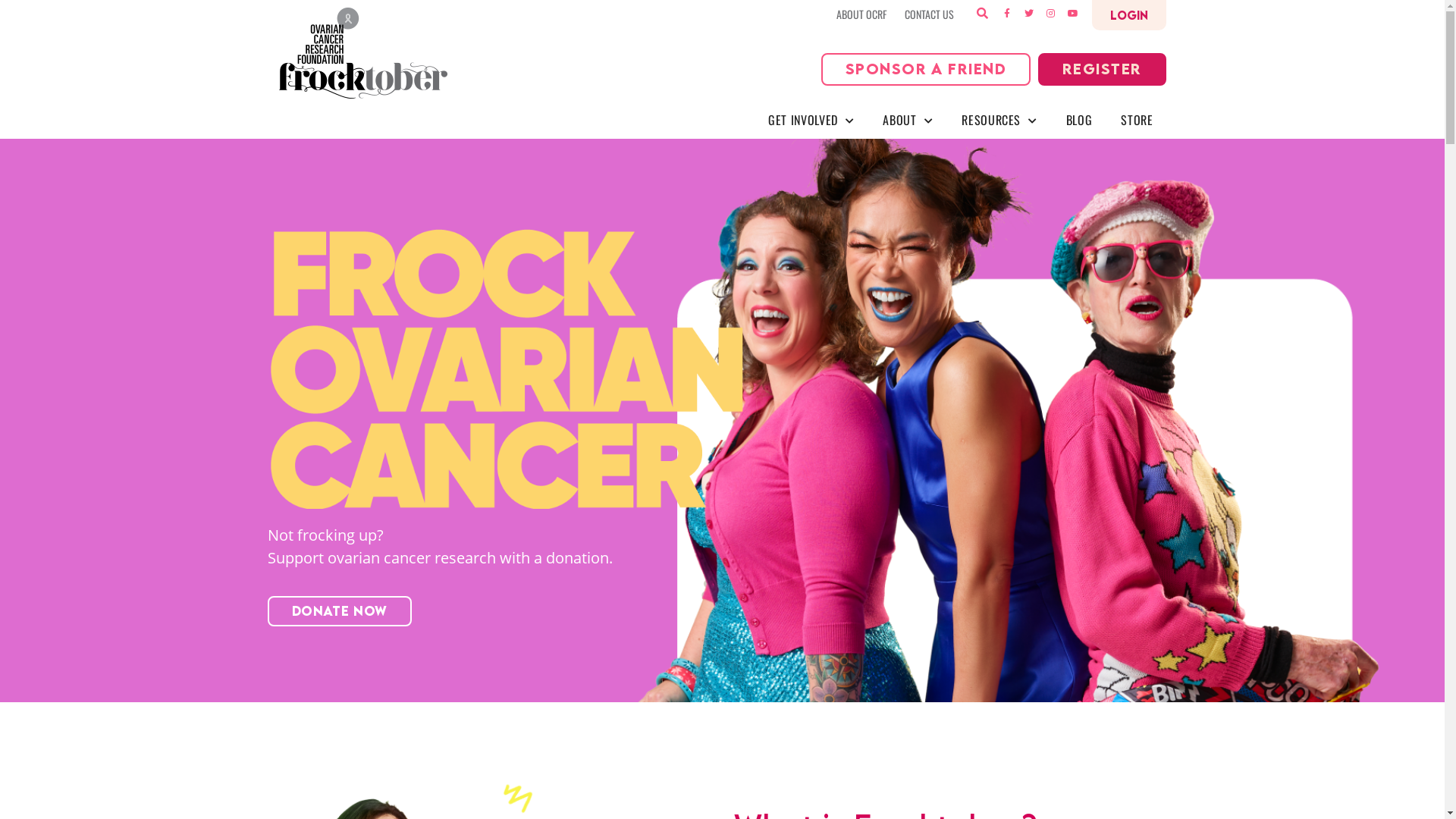 The width and height of the screenshot is (1456, 819). Describe the element at coordinates (907, 119) in the screenshot. I see `'ABOUT'` at that location.